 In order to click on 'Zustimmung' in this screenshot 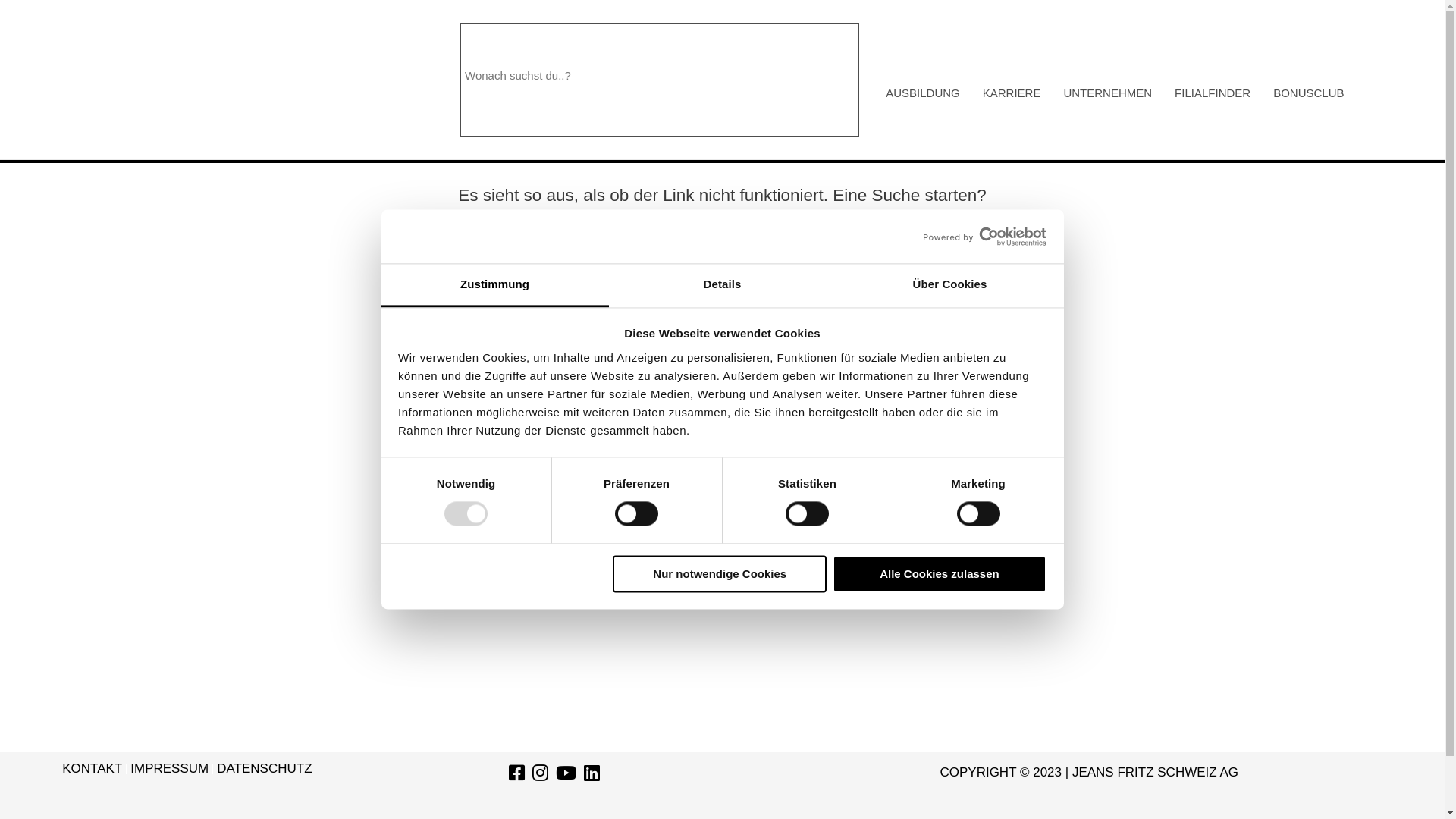, I will do `click(494, 285)`.